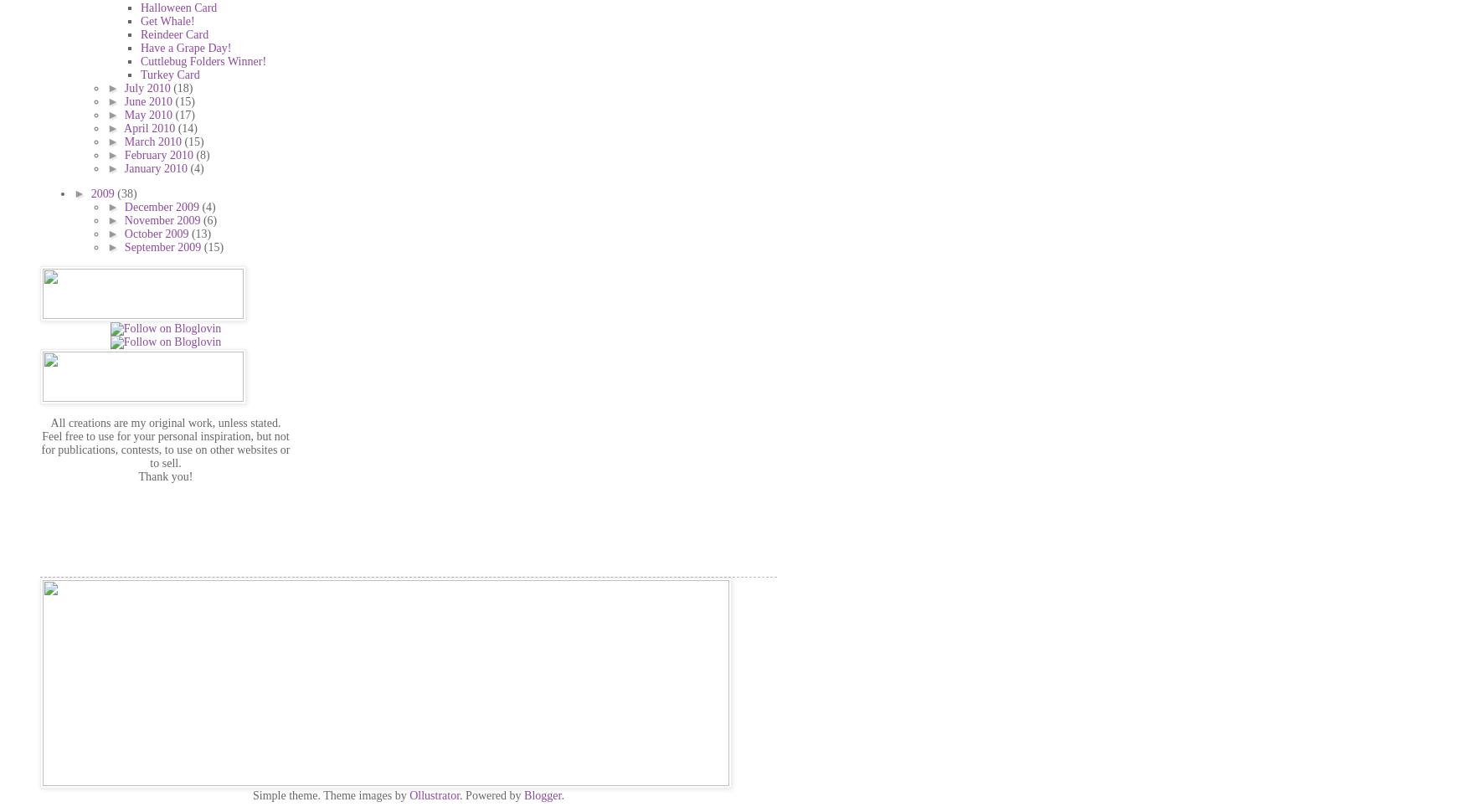 This screenshot has width=1482, height=812. I want to click on 'Halloween Card', so click(178, 7).